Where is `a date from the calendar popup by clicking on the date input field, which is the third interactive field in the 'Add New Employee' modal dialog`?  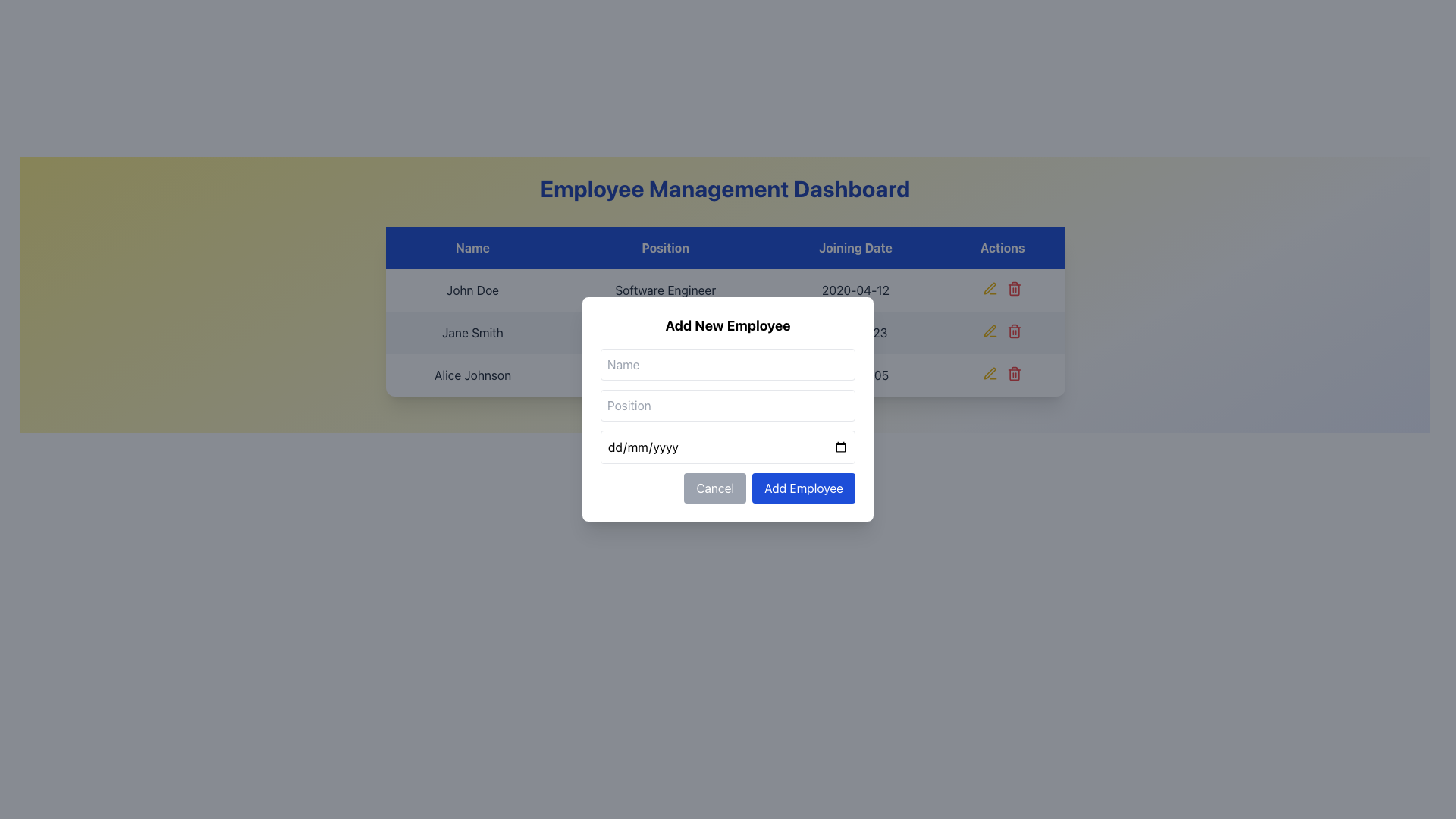
a date from the calendar popup by clicking on the date input field, which is the third interactive field in the 'Add New Employee' modal dialog is located at coordinates (728, 447).